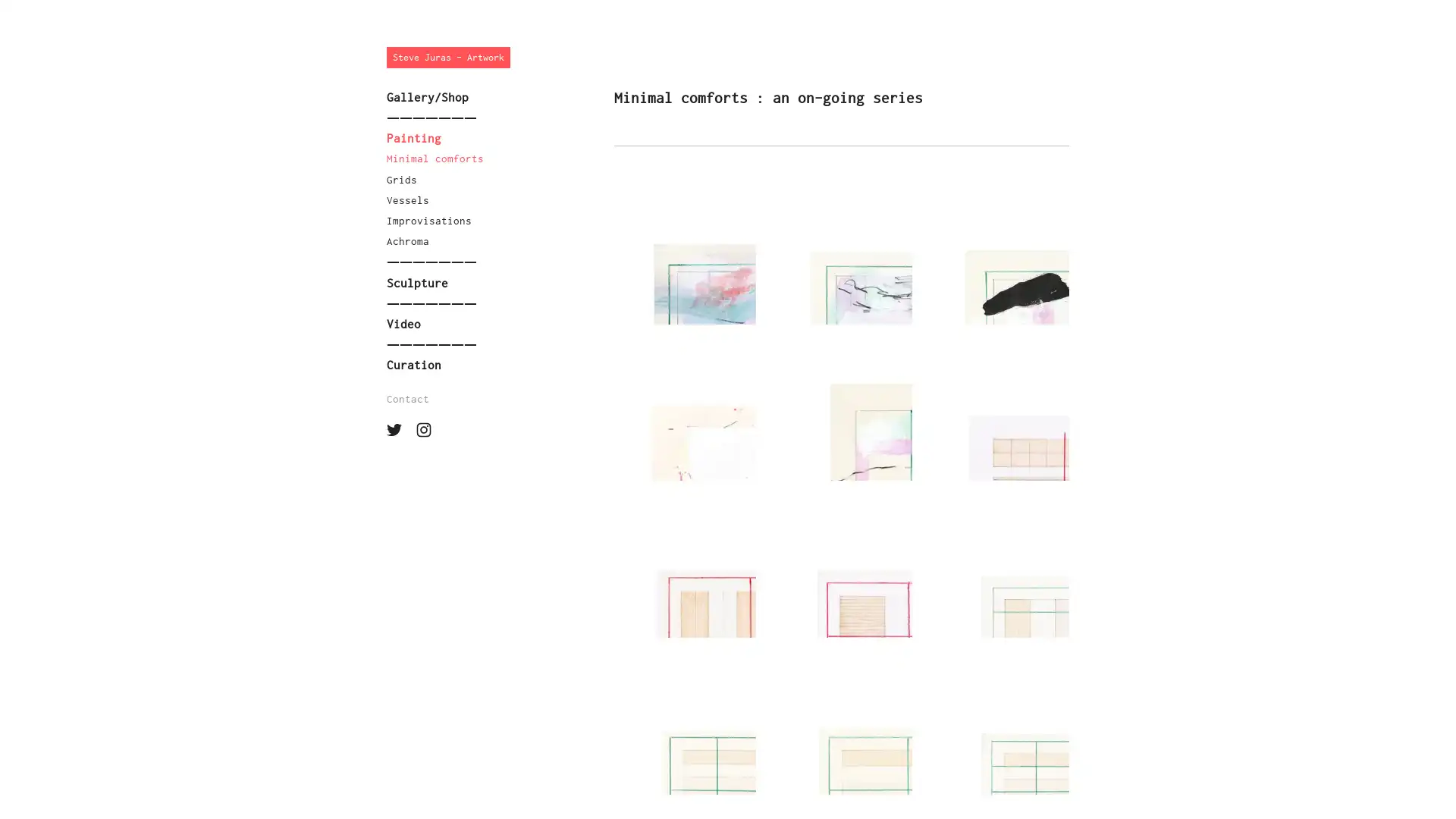 The width and height of the screenshot is (1456, 819). What do you see at coordinates (683, 736) in the screenshot?
I see `View fullsize Kuss des Lebens` at bounding box center [683, 736].